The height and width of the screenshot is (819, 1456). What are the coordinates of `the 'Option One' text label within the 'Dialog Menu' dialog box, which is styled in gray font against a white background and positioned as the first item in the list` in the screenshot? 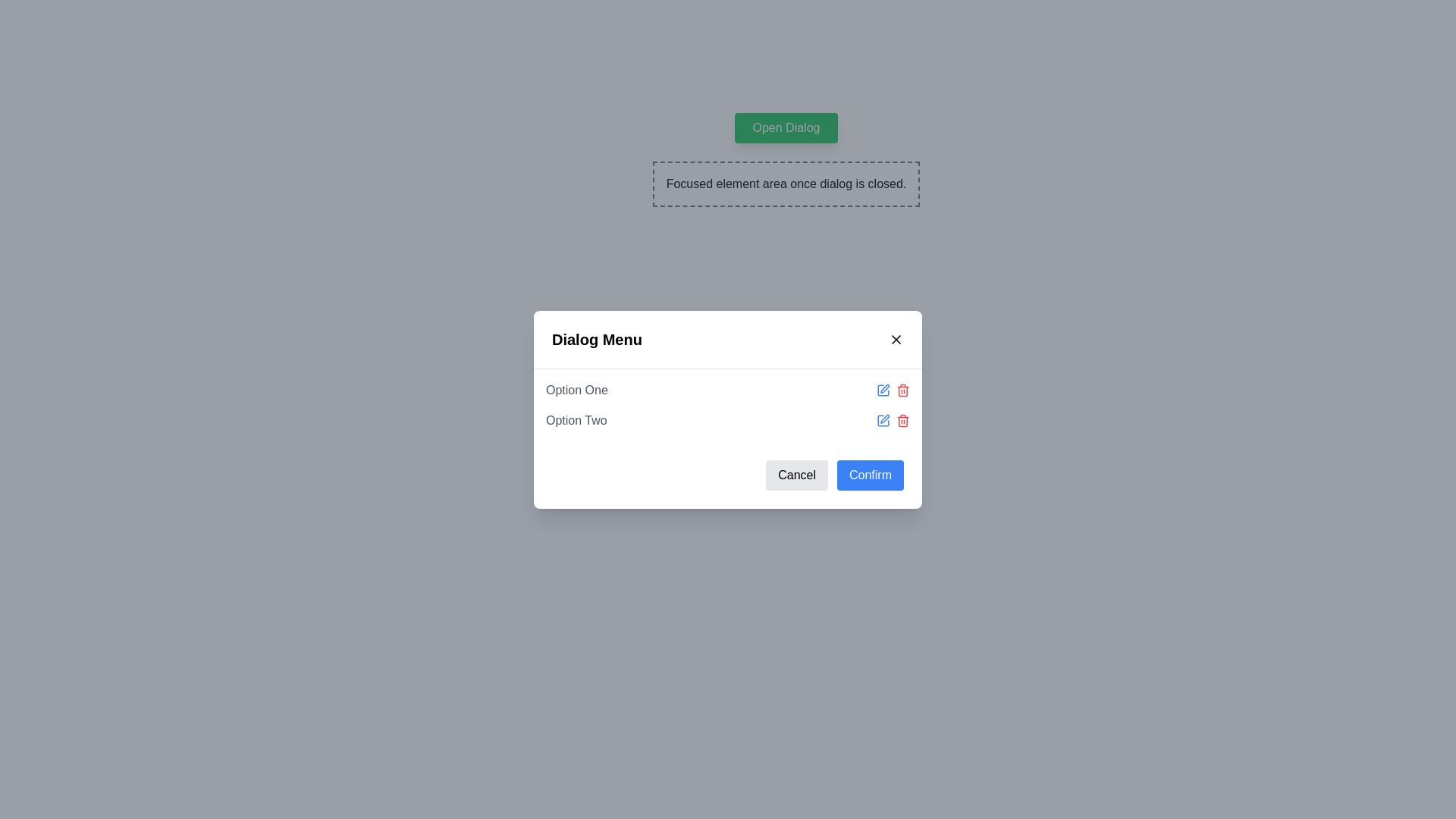 It's located at (576, 389).